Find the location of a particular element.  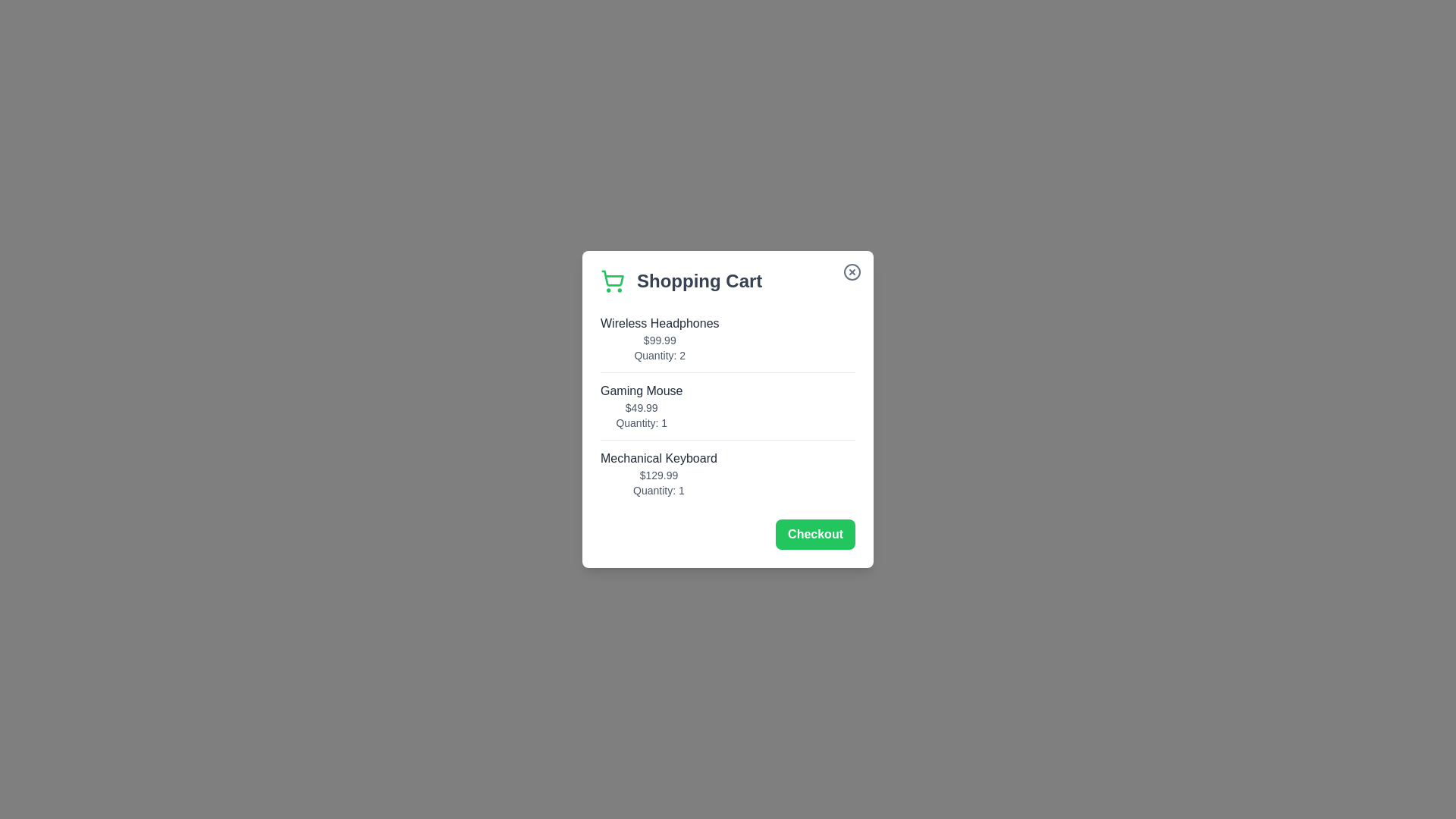

the background overlay to close the dialog is located at coordinates (728, 409).